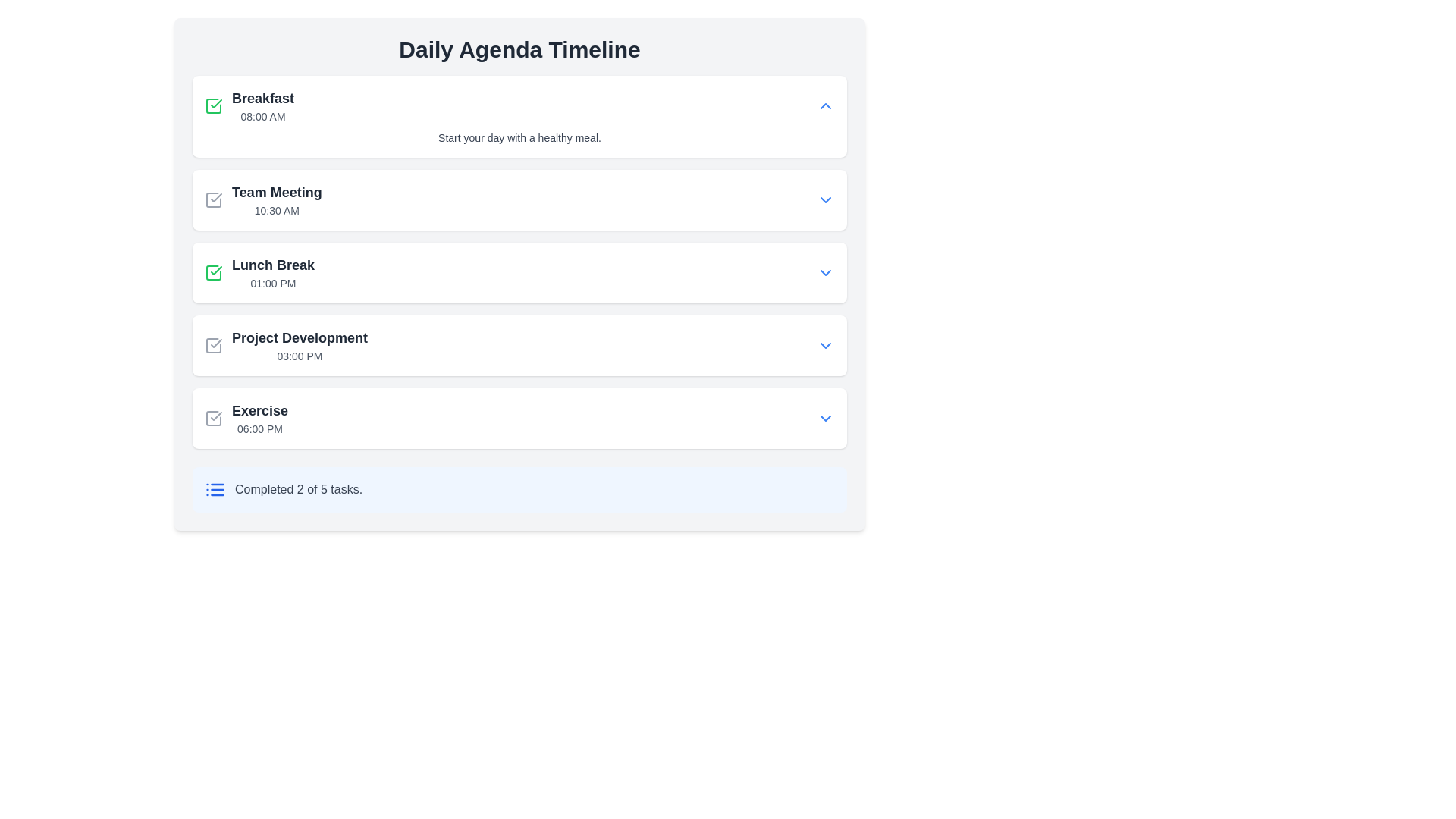 This screenshot has width=1456, height=819. What do you see at coordinates (519, 489) in the screenshot?
I see `task completion information displayed on the Progress Summary Panel, which shows 'Completed 2 of 5 tasks.'` at bounding box center [519, 489].